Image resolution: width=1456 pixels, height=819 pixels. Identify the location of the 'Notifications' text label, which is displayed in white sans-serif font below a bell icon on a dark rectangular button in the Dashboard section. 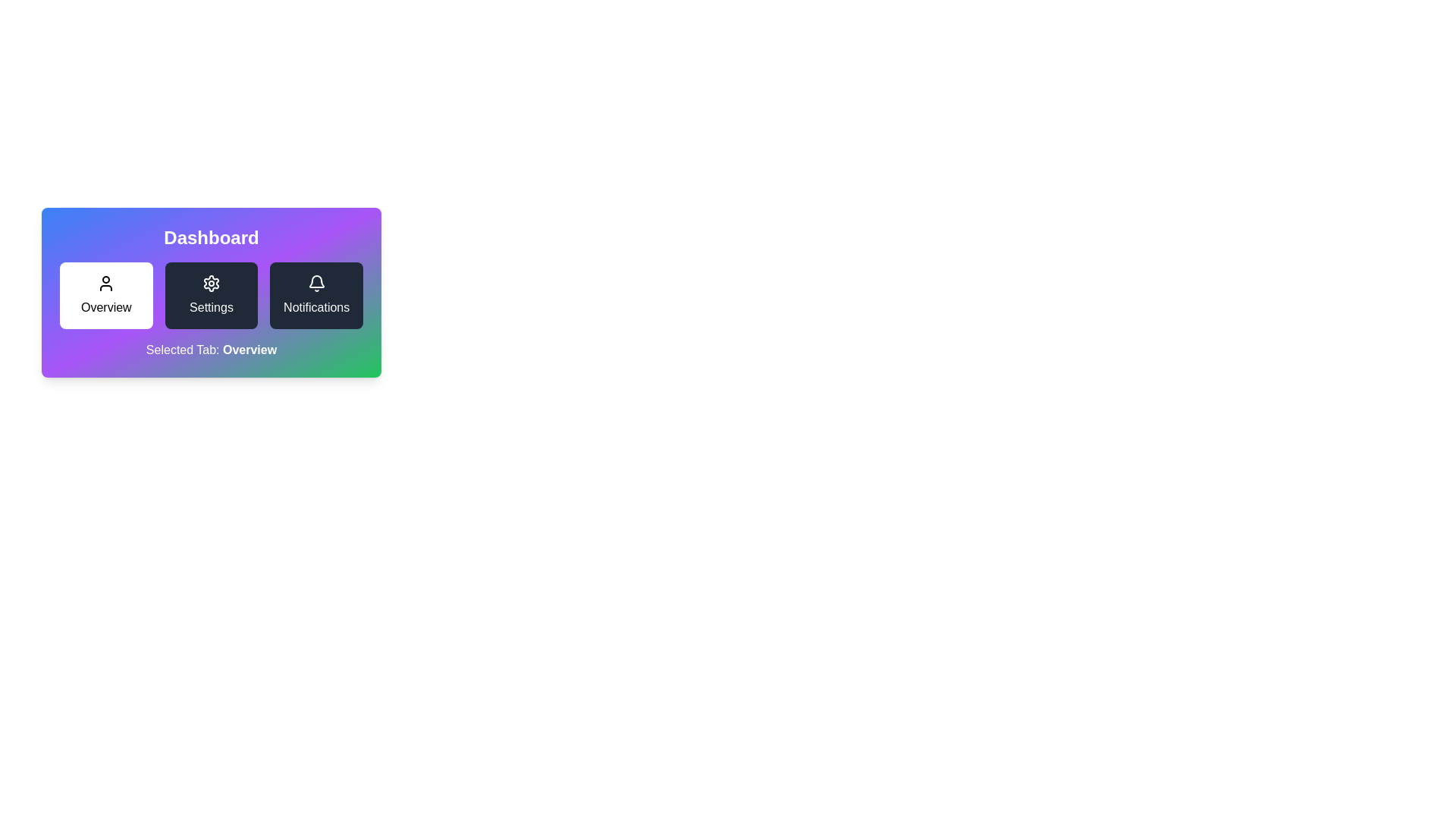
(315, 307).